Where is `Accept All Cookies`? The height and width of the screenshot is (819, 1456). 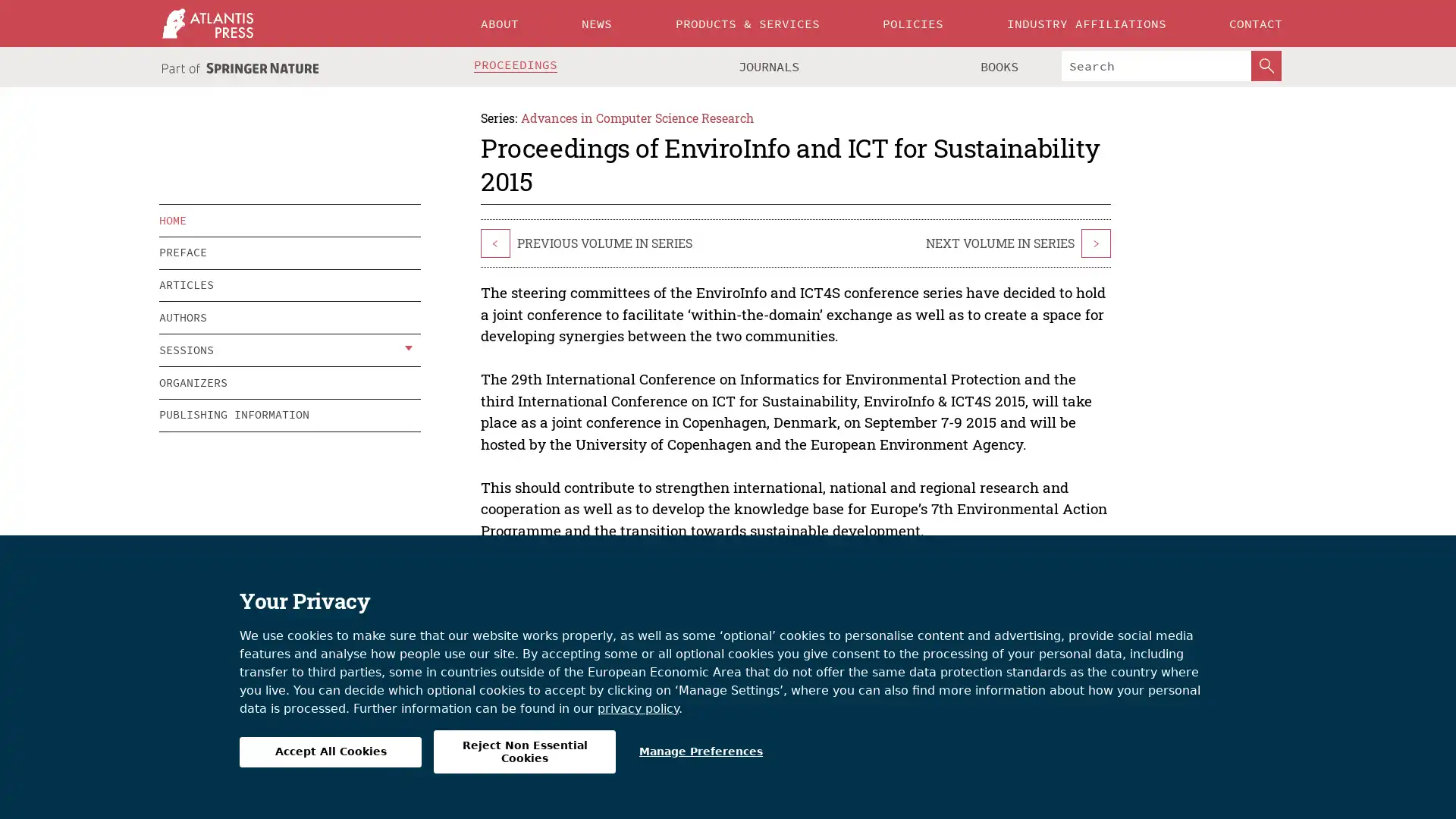 Accept All Cookies is located at coordinates (330, 752).